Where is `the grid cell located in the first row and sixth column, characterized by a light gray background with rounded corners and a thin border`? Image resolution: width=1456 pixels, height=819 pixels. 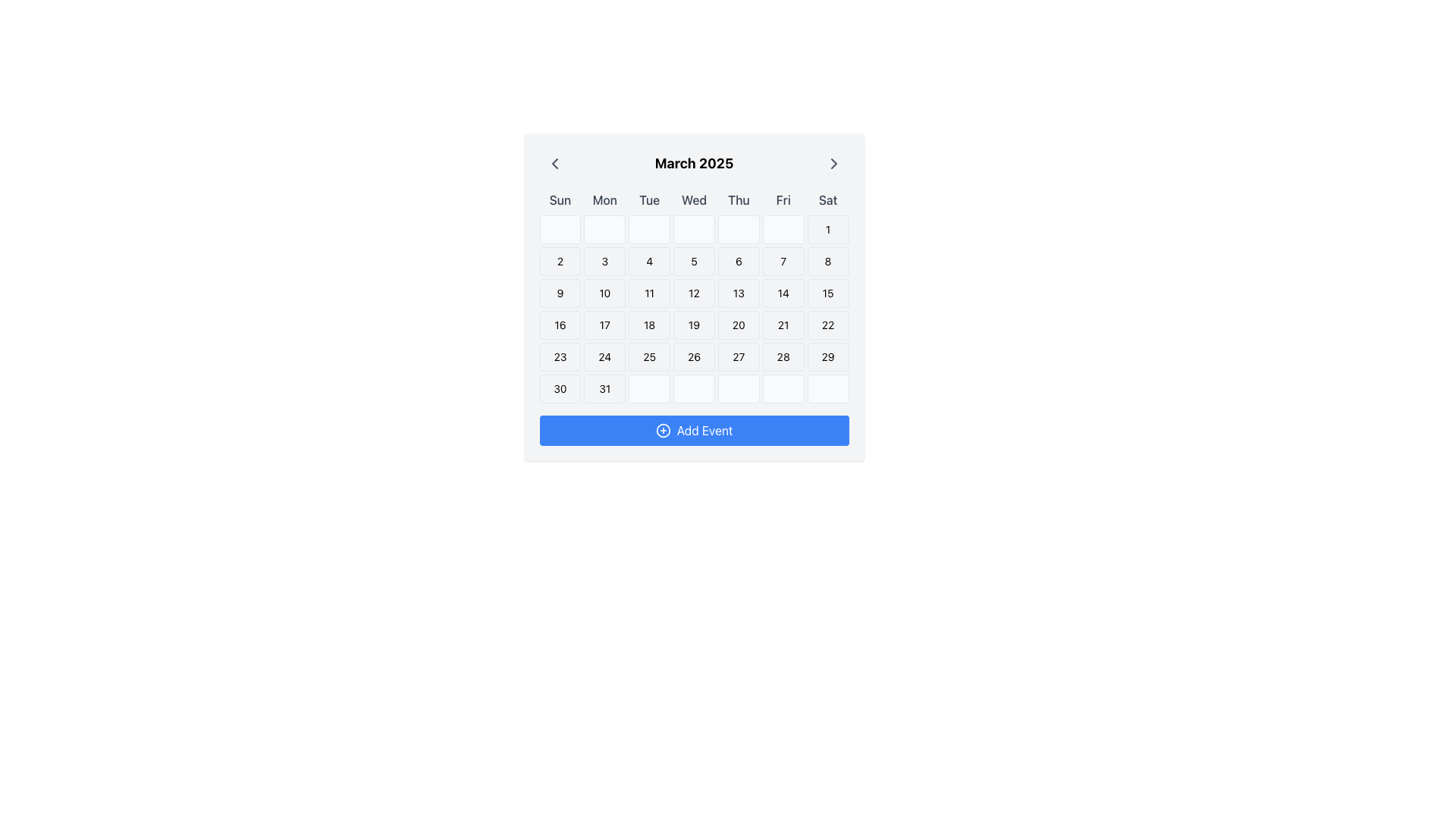
the grid cell located in the first row and sixth column, characterized by a light gray background with rounded corners and a thin border is located at coordinates (783, 230).